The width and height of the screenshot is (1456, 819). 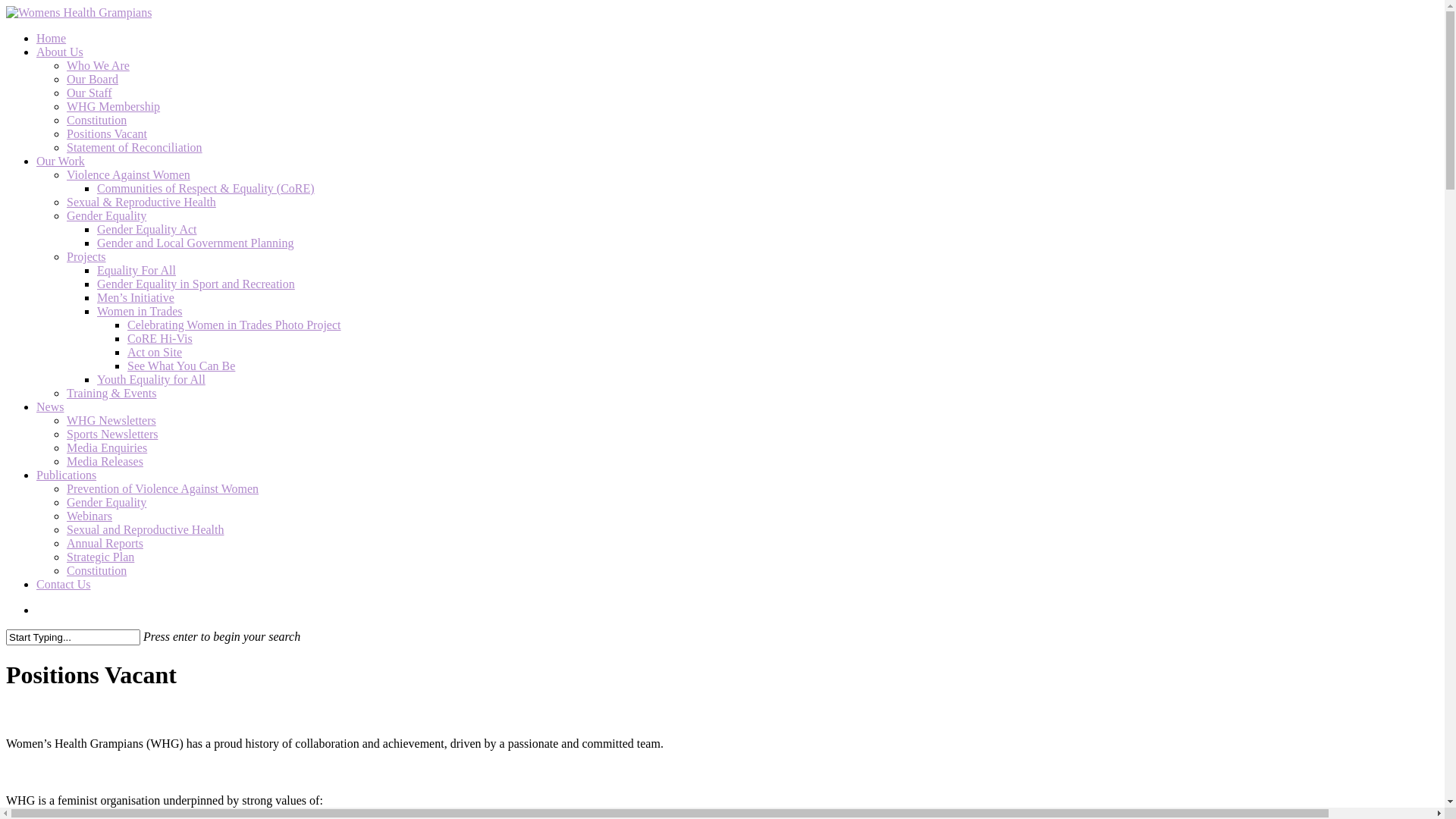 I want to click on 'Gender Equality in Sport and Recreation', so click(x=96, y=284).